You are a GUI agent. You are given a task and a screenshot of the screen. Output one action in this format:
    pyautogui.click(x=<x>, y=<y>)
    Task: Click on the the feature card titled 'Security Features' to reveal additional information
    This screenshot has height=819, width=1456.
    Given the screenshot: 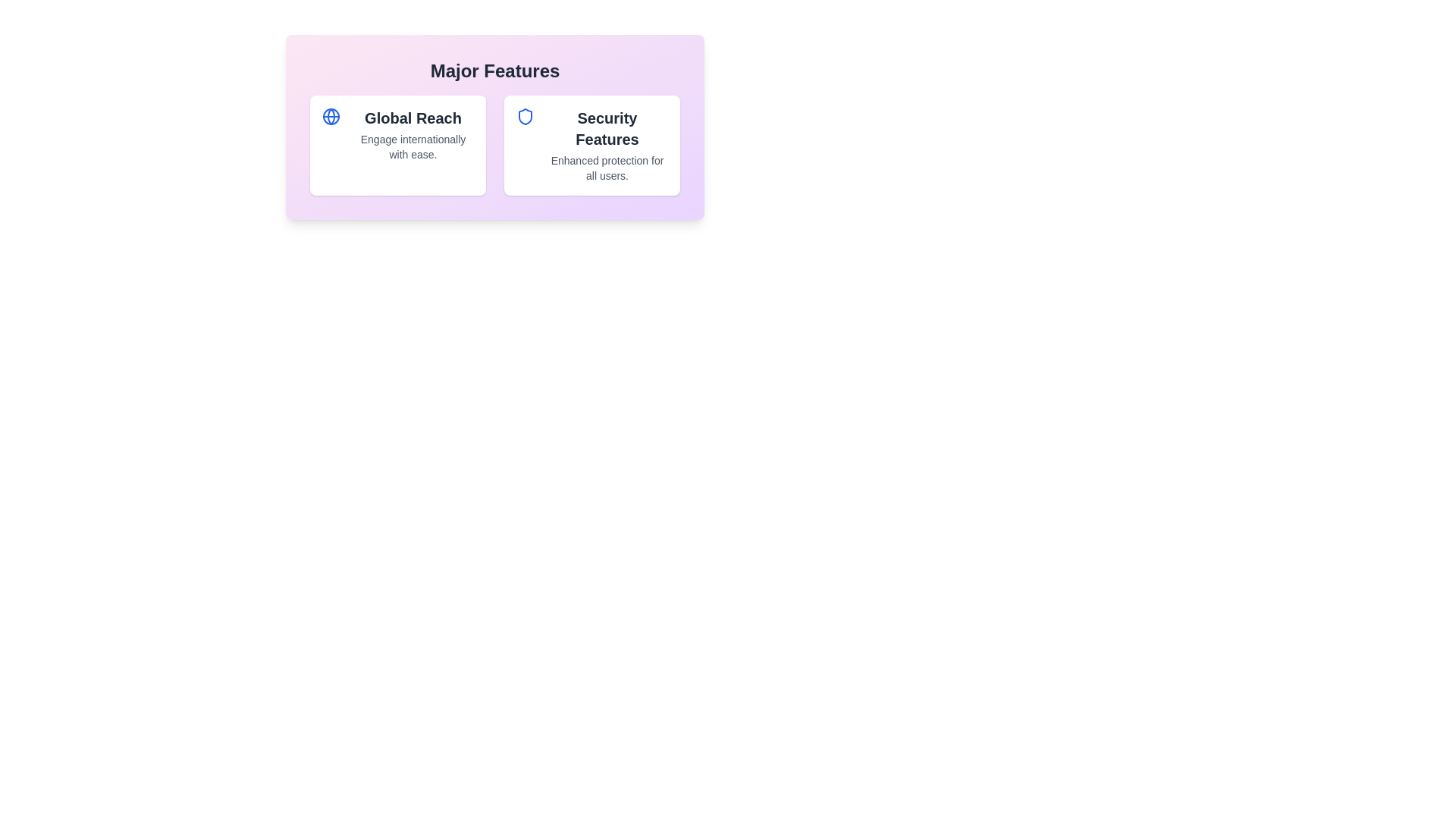 What is the action you would take?
    pyautogui.click(x=591, y=146)
    